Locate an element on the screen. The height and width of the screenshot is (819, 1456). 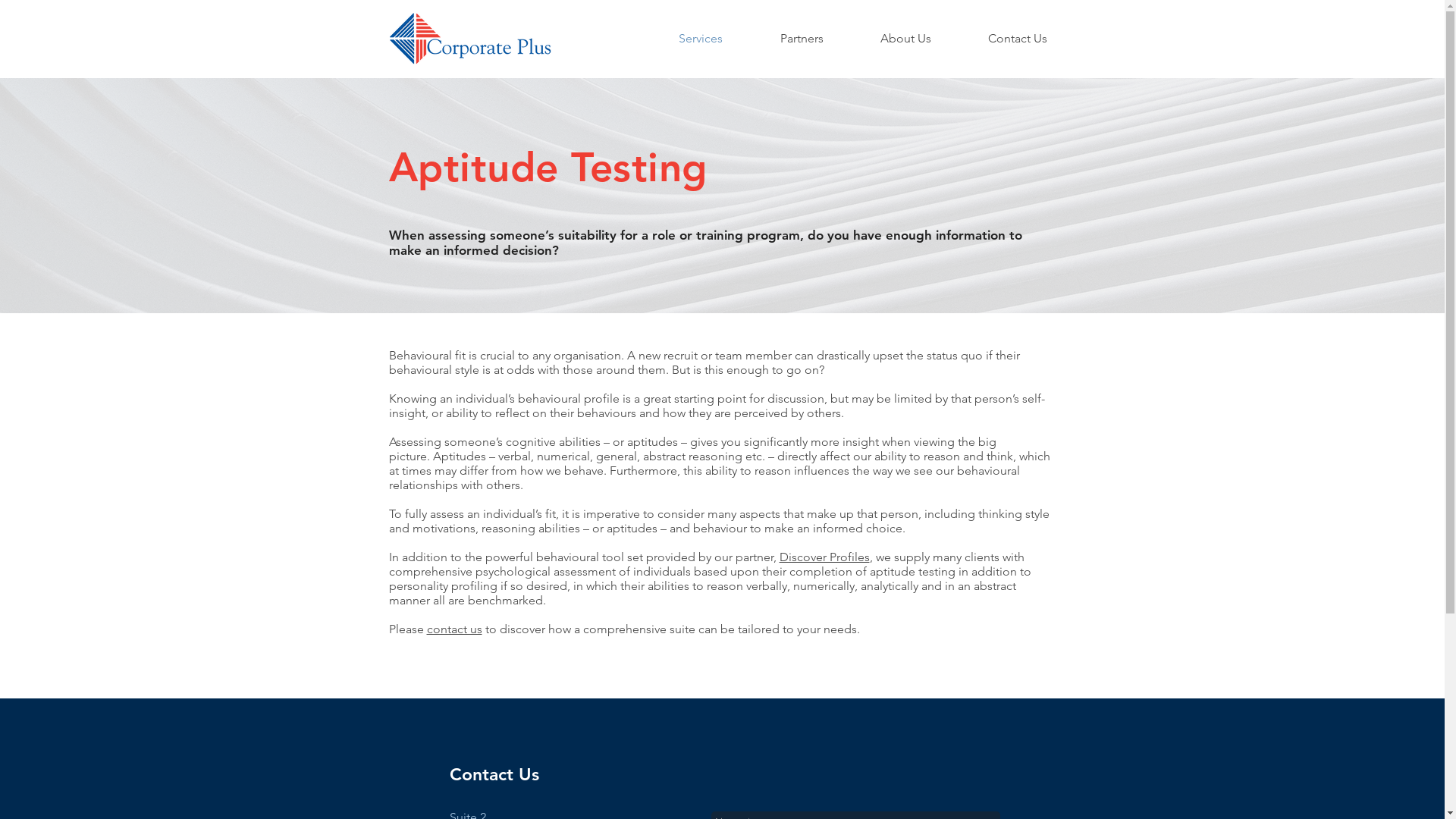
'Discover Profiles' is located at coordinates (824, 557).